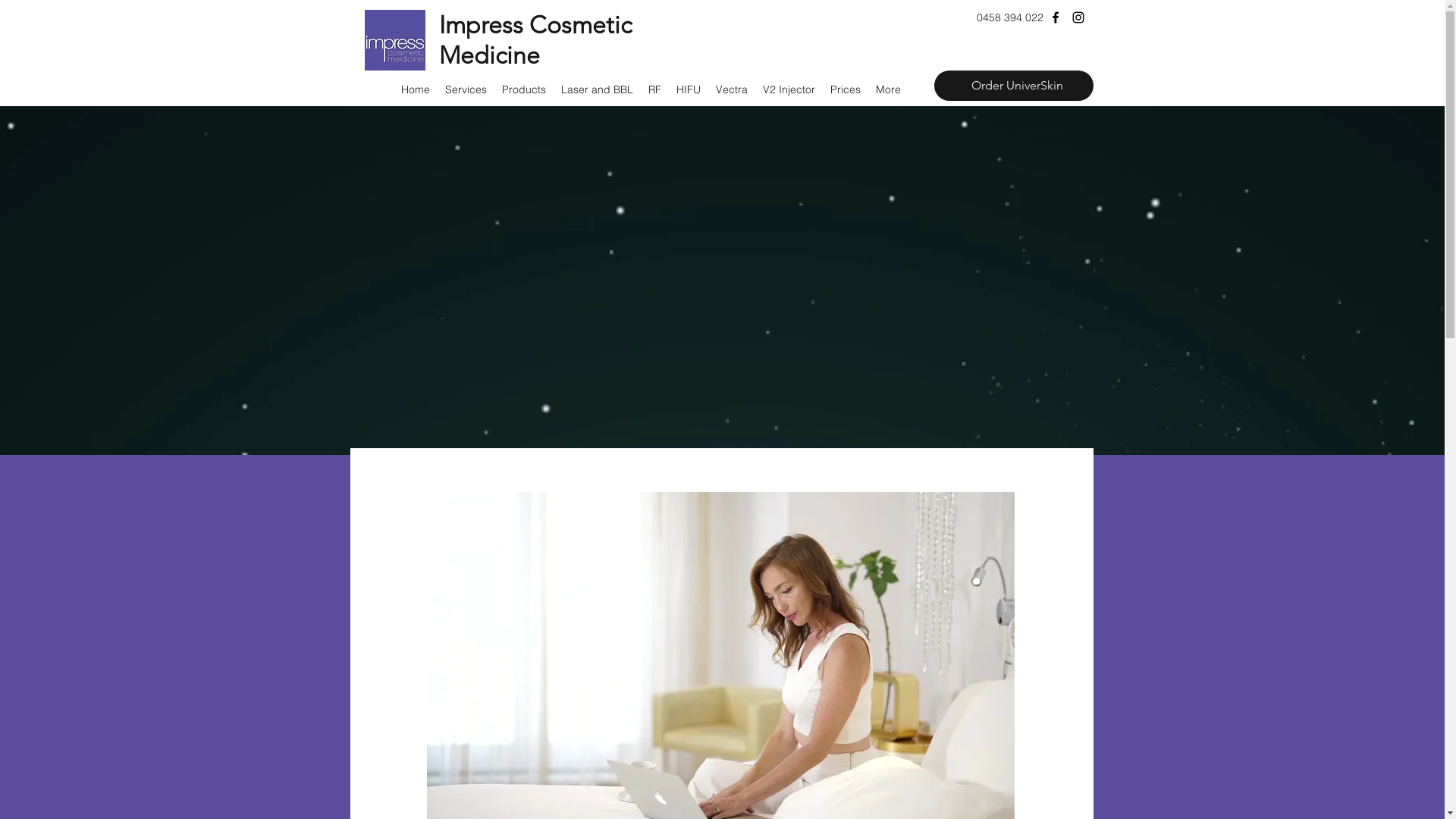  I want to click on 'Vectra', so click(731, 89).